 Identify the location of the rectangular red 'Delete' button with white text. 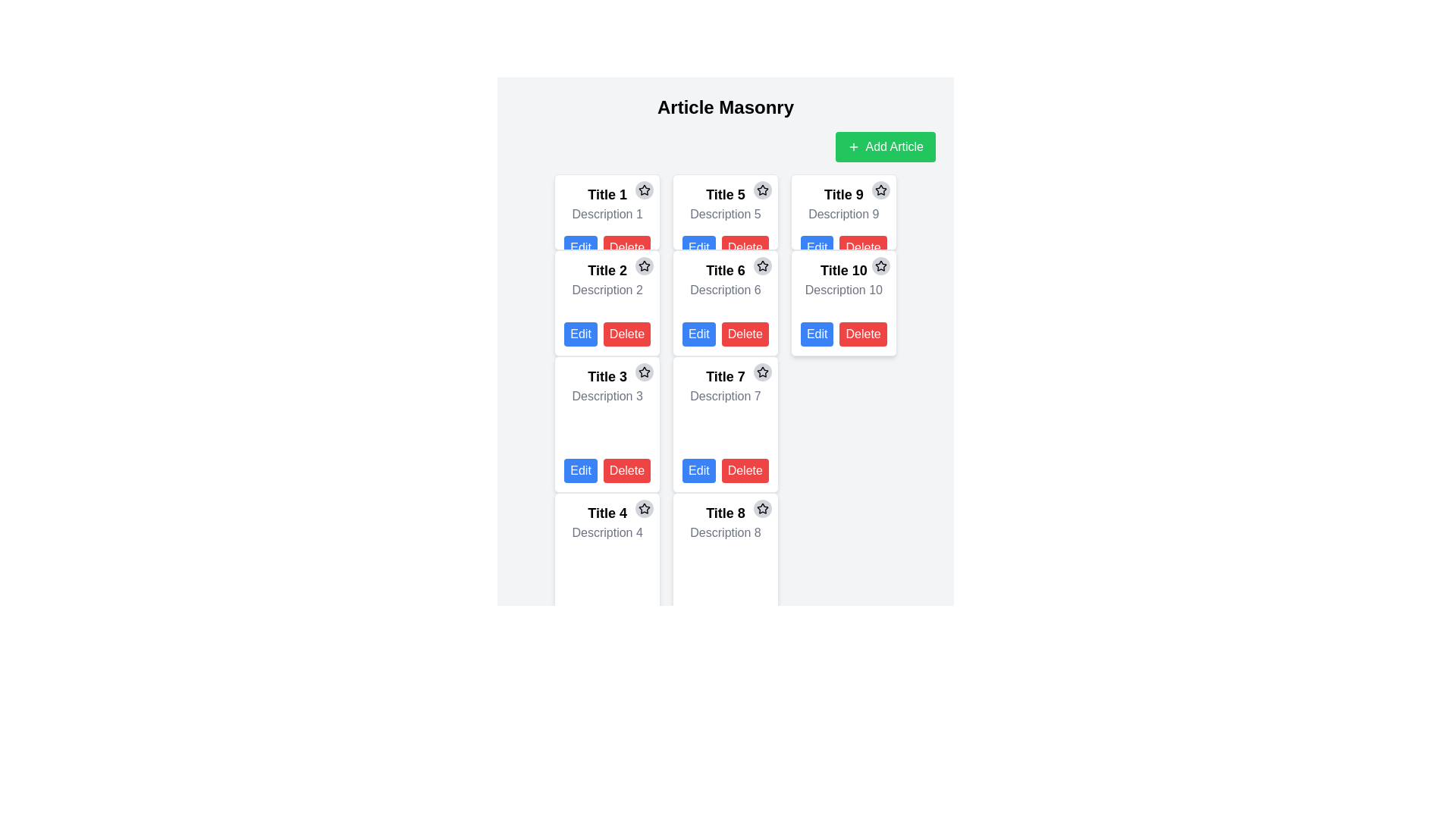
(745, 333).